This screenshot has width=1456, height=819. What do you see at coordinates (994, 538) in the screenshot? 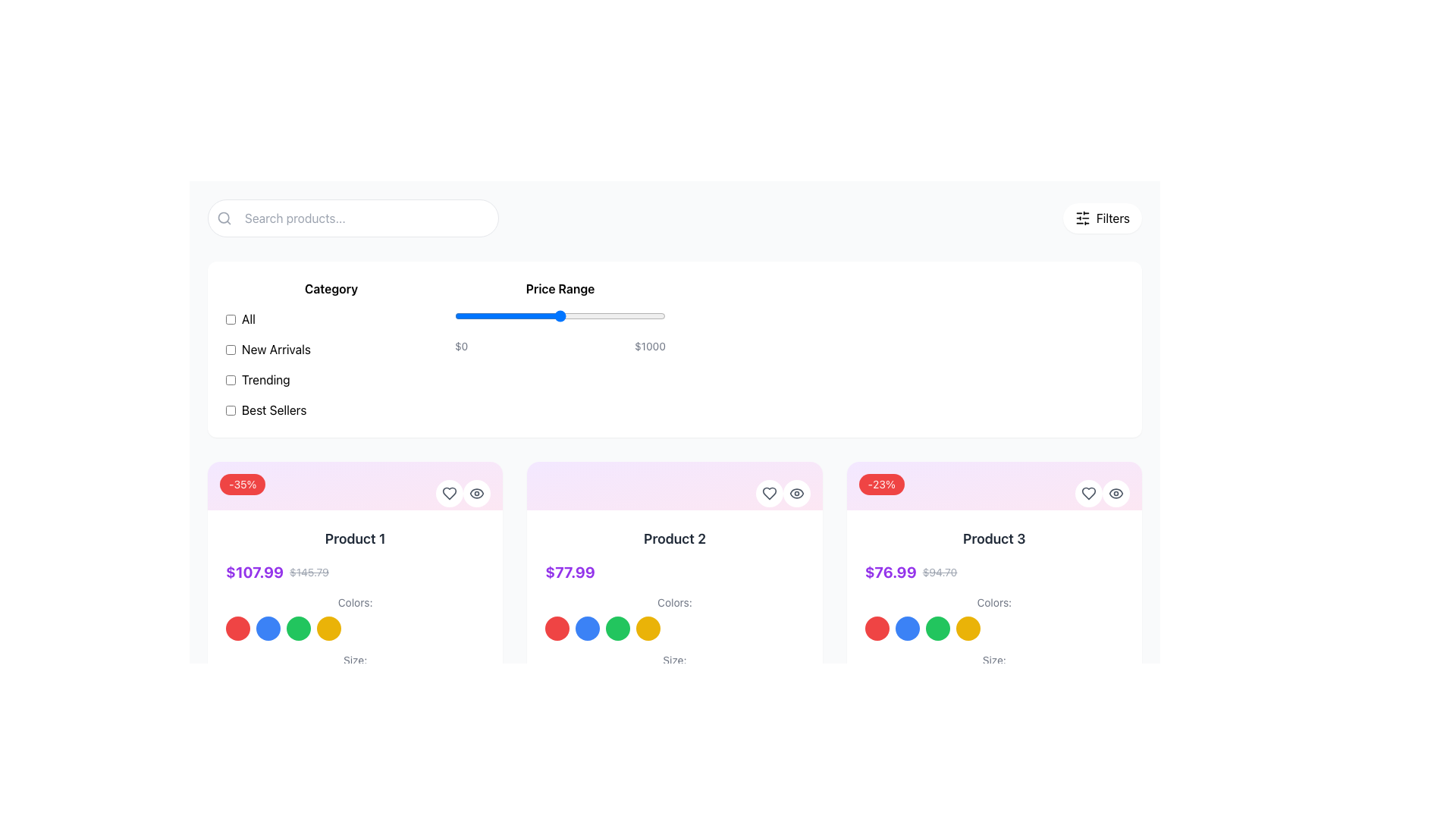
I see `the text label displaying 'Product 3' which is located at the top of its product card, beneath the discount badge and above the price information` at bounding box center [994, 538].